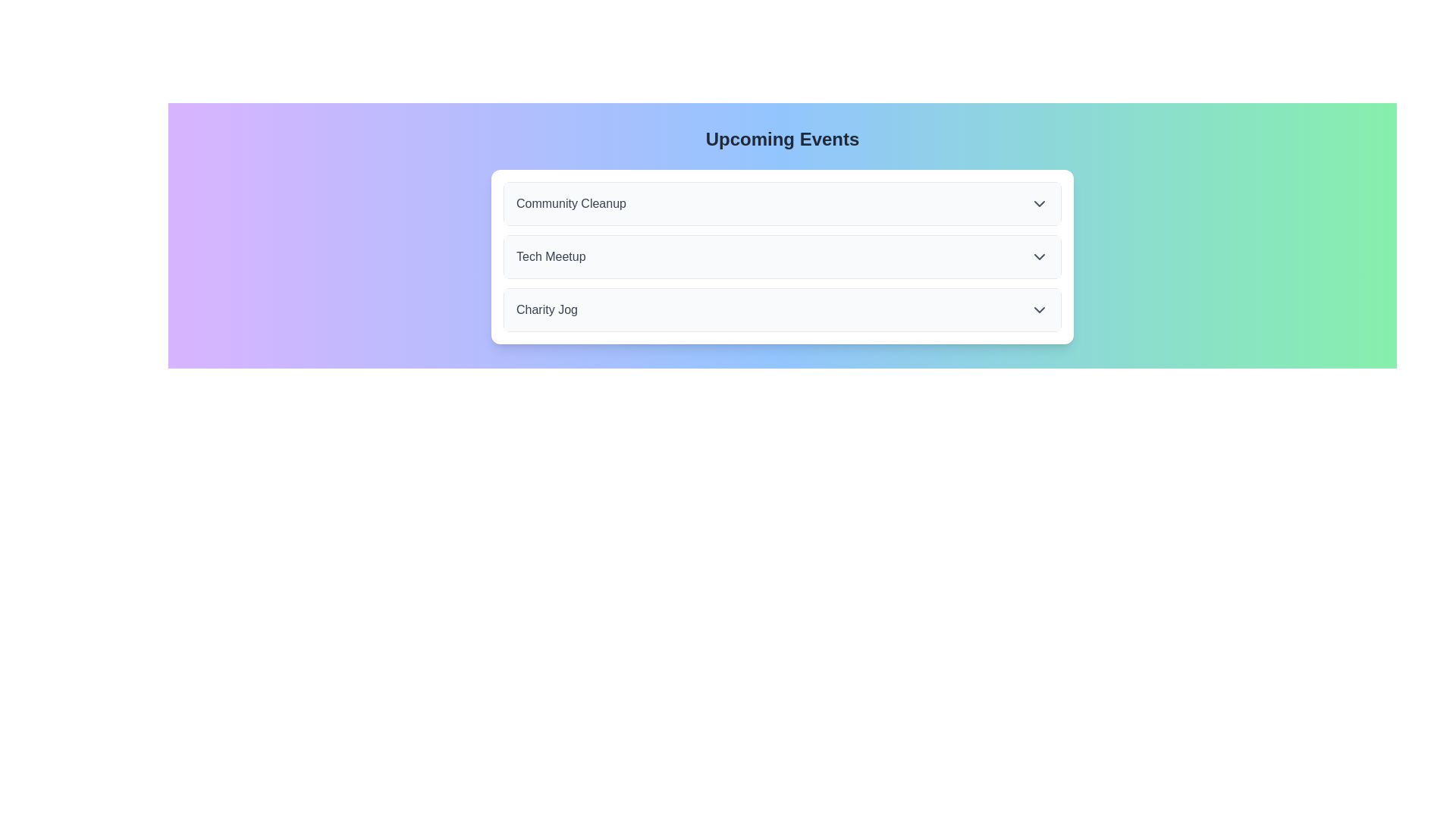 The image size is (1456, 819). What do you see at coordinates (1039, 256) in the screenshot?
I see `the chevron down indicator` at bounding box center [1039, 256].